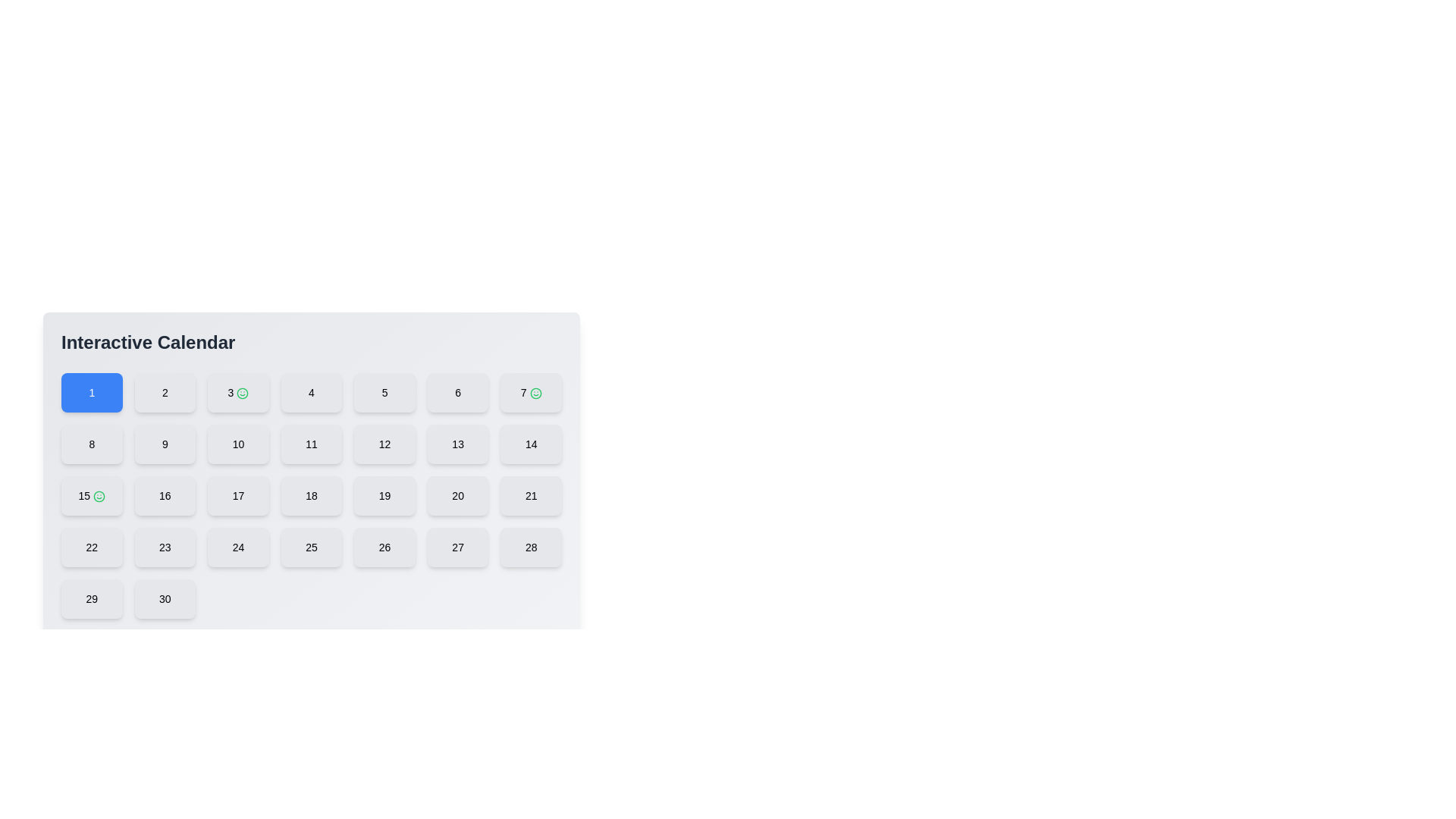 This screenshot has width=1456, height=819. What do you see at coordinates (384, 547) in the screenshot?
I see `the button displaying the number '26' with a light gray background in the fifth row and fifth column of the calendar grid to change its appearance` at bounding box center [384, 547].